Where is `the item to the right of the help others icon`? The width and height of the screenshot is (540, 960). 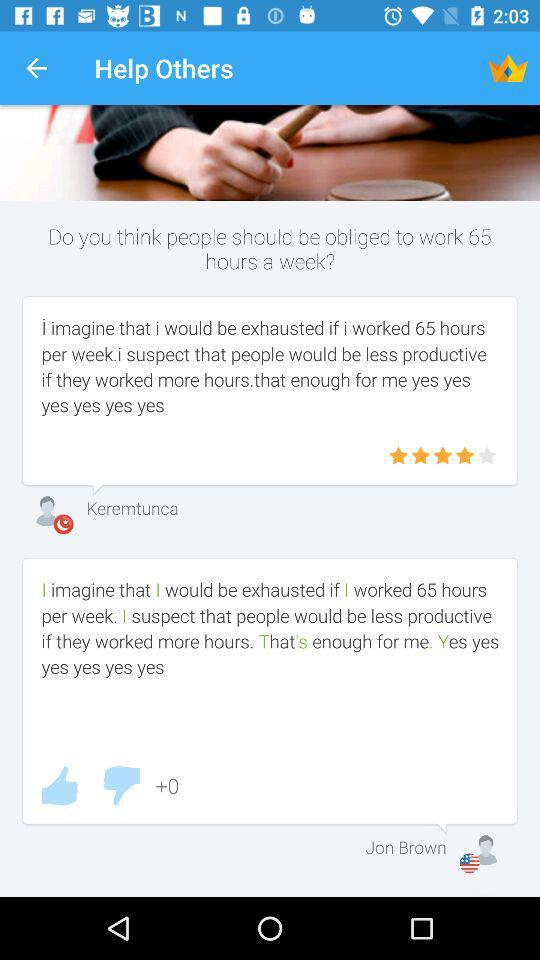 the item to the right of the help others icon is located at coordinates (508, 68).